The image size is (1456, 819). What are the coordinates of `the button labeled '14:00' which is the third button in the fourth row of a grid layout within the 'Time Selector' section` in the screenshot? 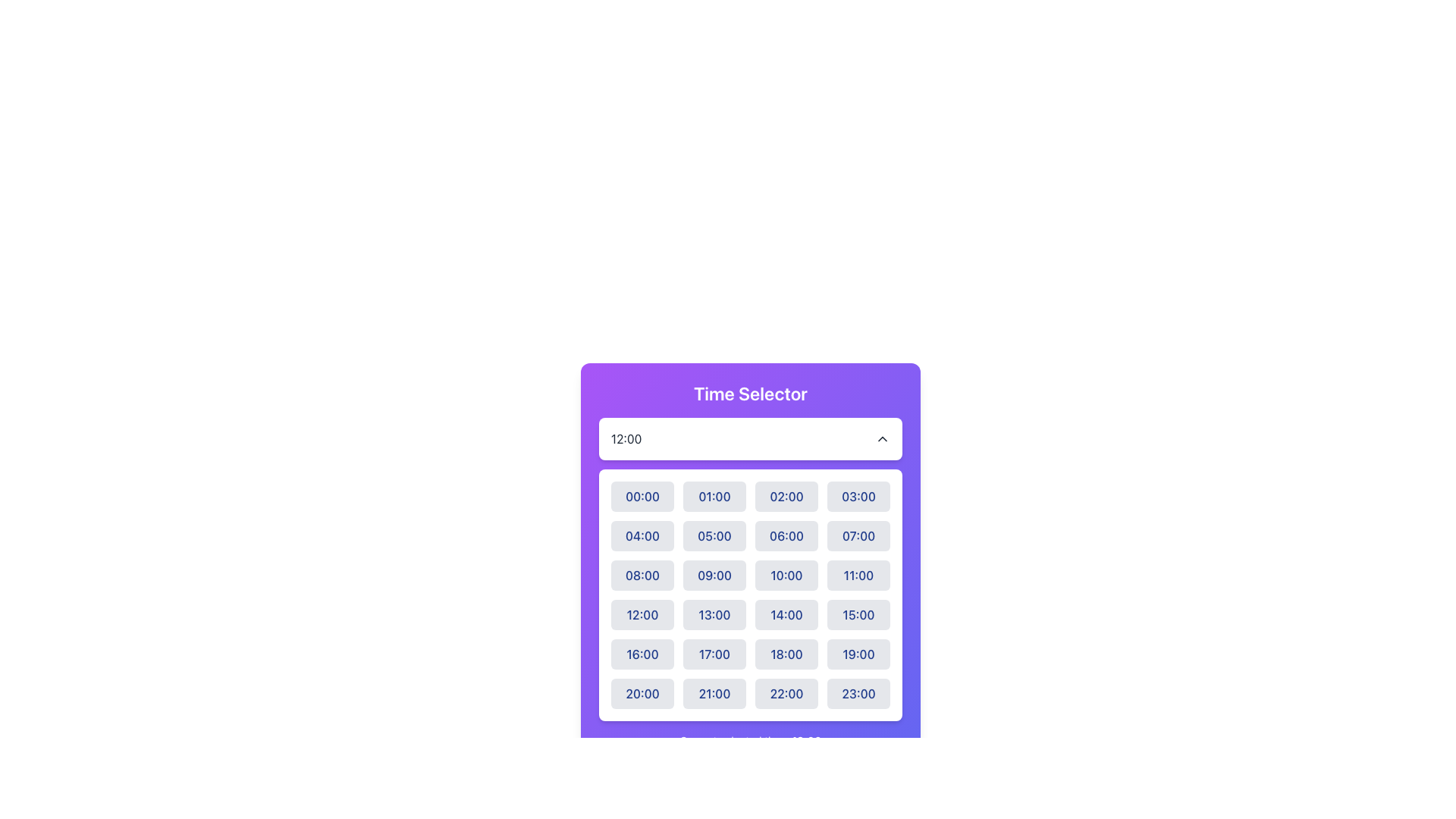 It's located at (786, 614).